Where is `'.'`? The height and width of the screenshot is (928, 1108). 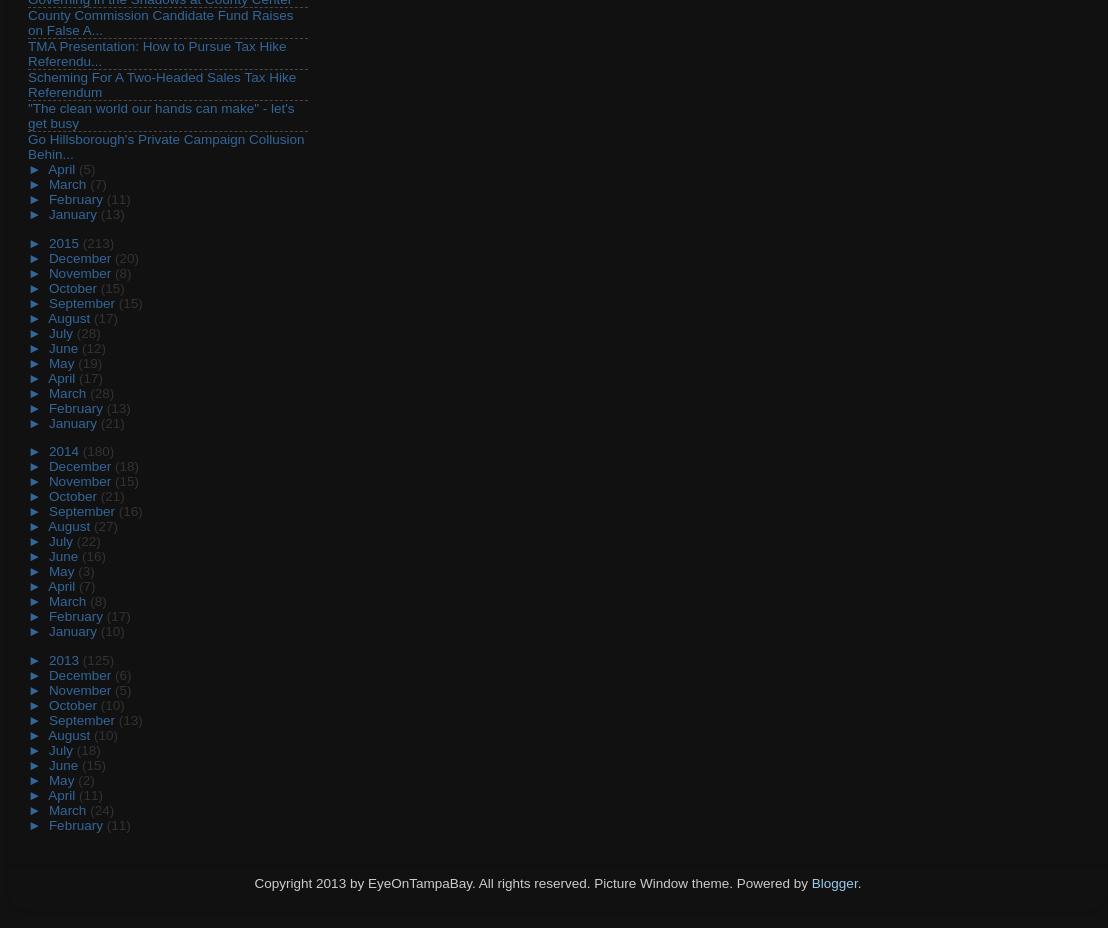
'.' is located at coordinates (859, 883).